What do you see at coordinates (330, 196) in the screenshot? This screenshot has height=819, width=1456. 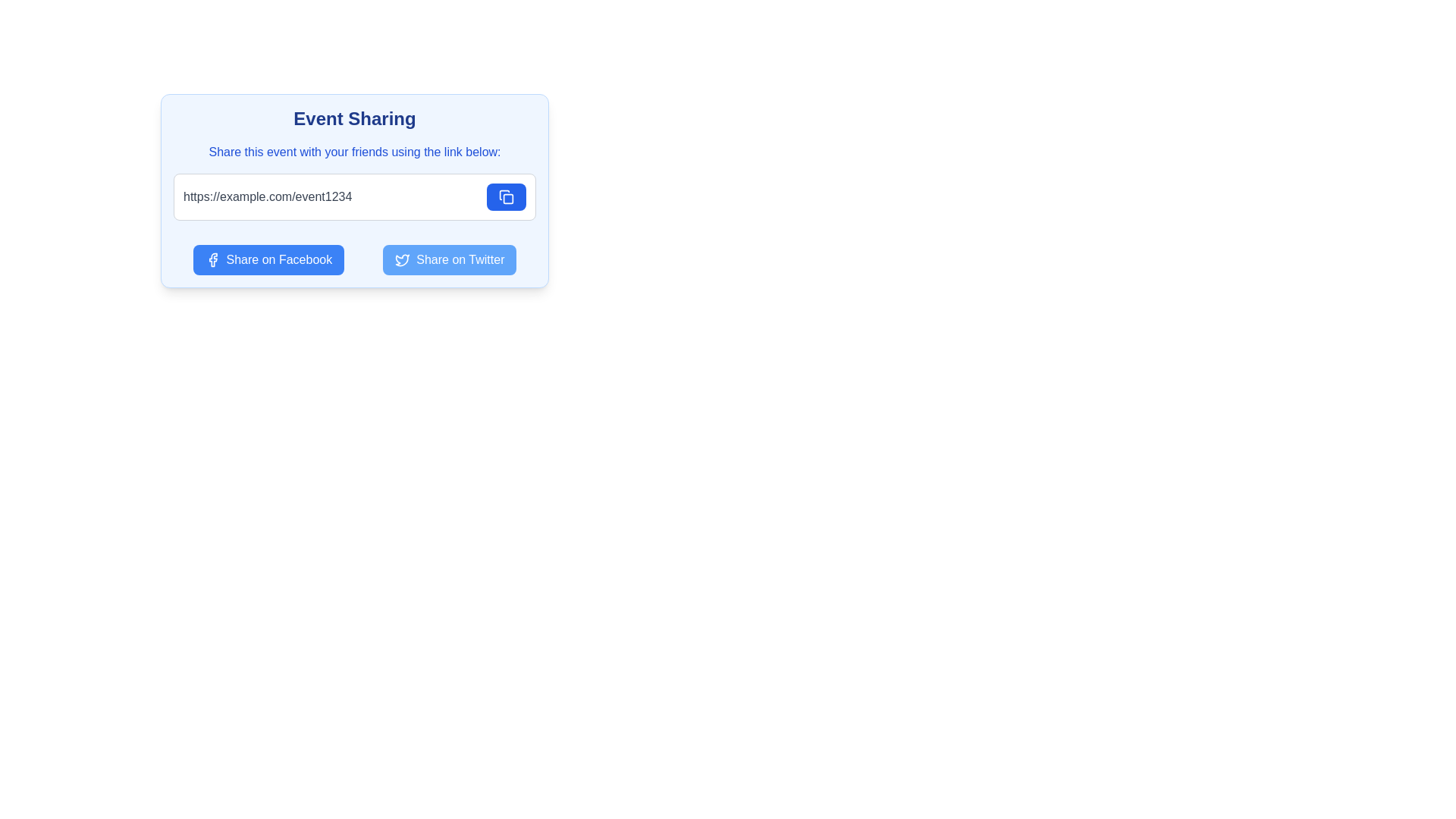 I see `the text input field displaying the URL 'https://example.com/event1234'` at bounding box center [330, 196].